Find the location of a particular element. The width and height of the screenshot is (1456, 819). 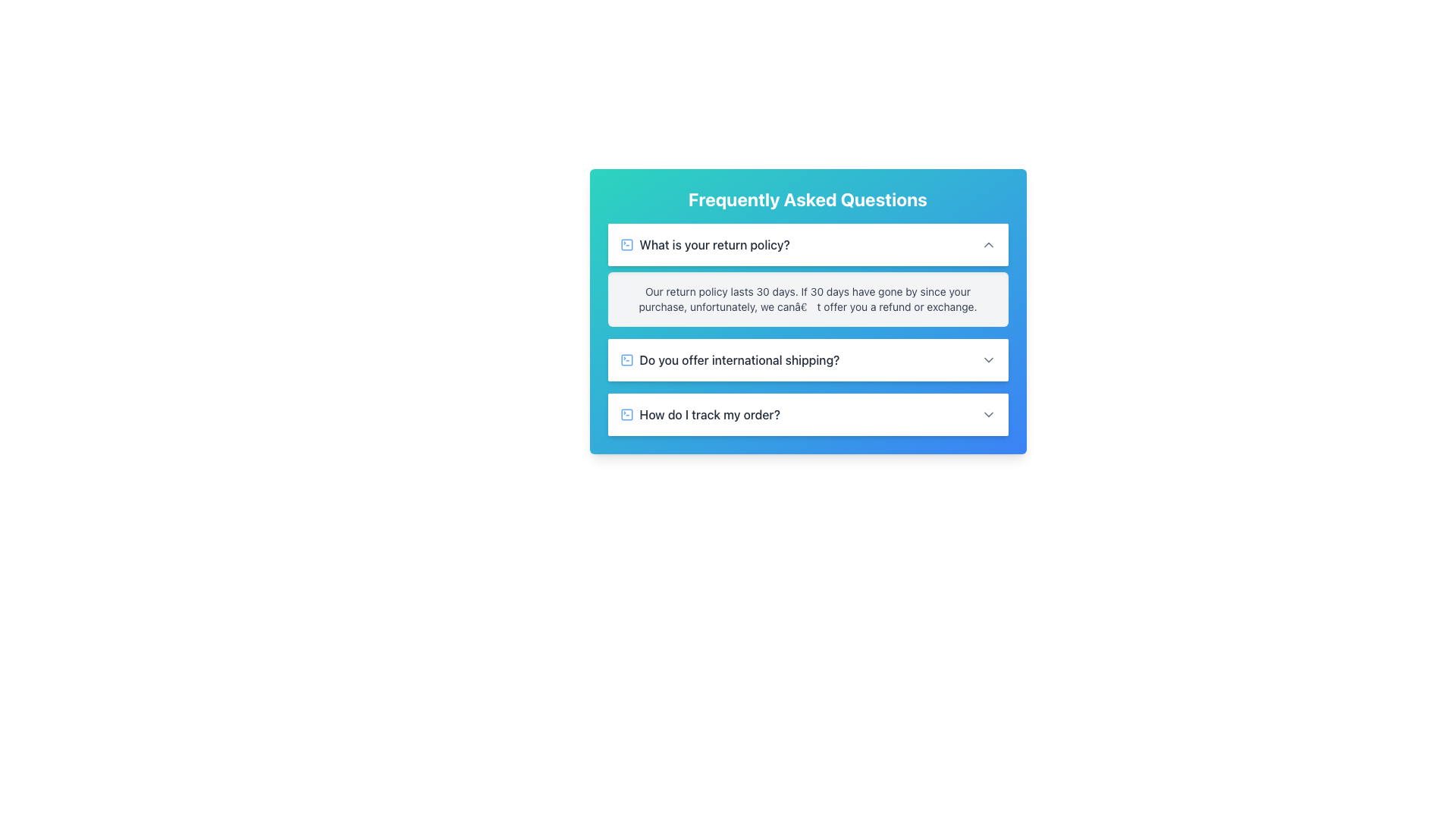

the FAQ Title Row element labeled 'What is your return policy?' is located at coordinates (704, 244).